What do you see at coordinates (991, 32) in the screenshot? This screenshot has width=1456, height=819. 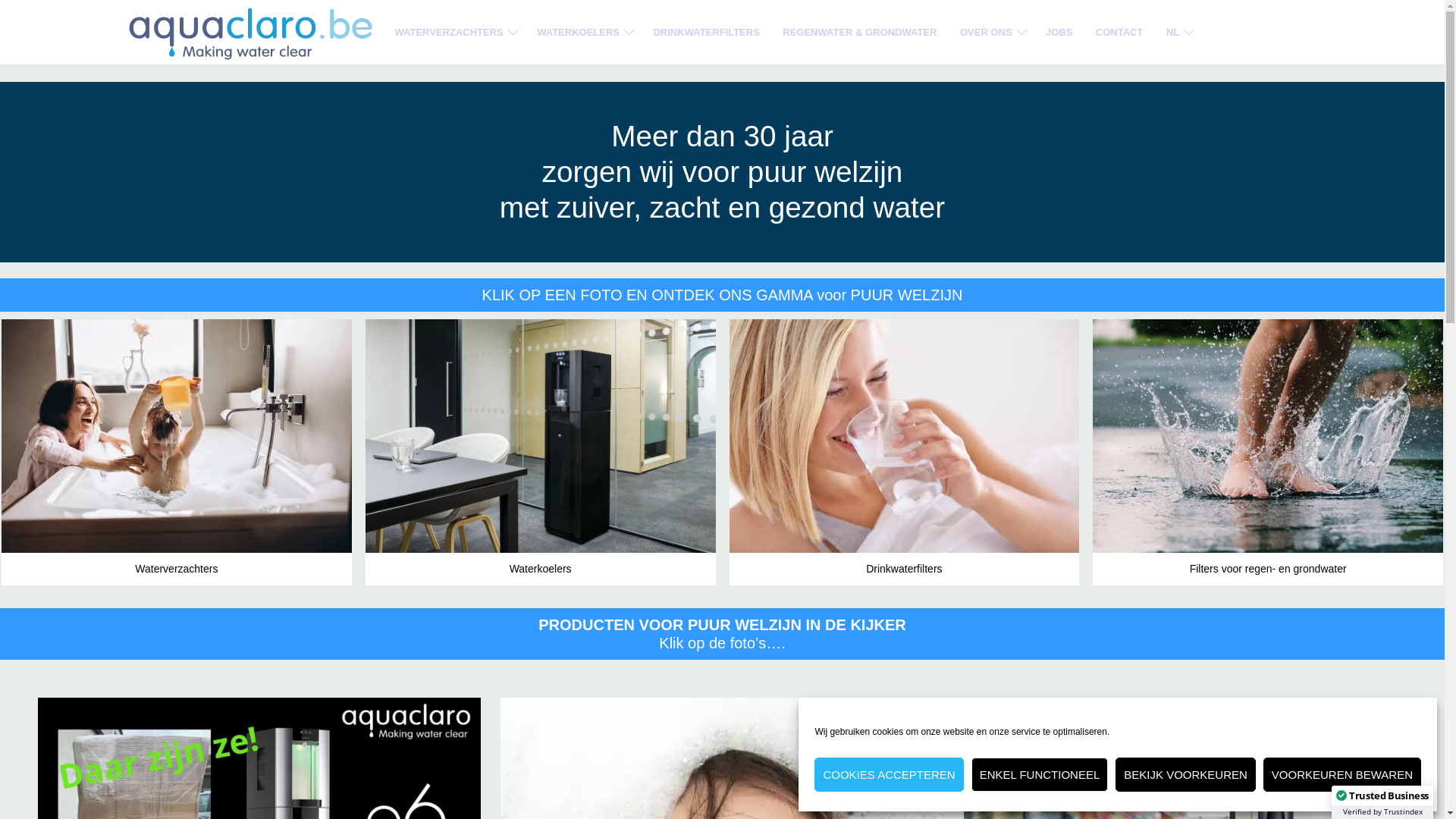 I see `'OVER ONS` at bounding box center [991, 32].